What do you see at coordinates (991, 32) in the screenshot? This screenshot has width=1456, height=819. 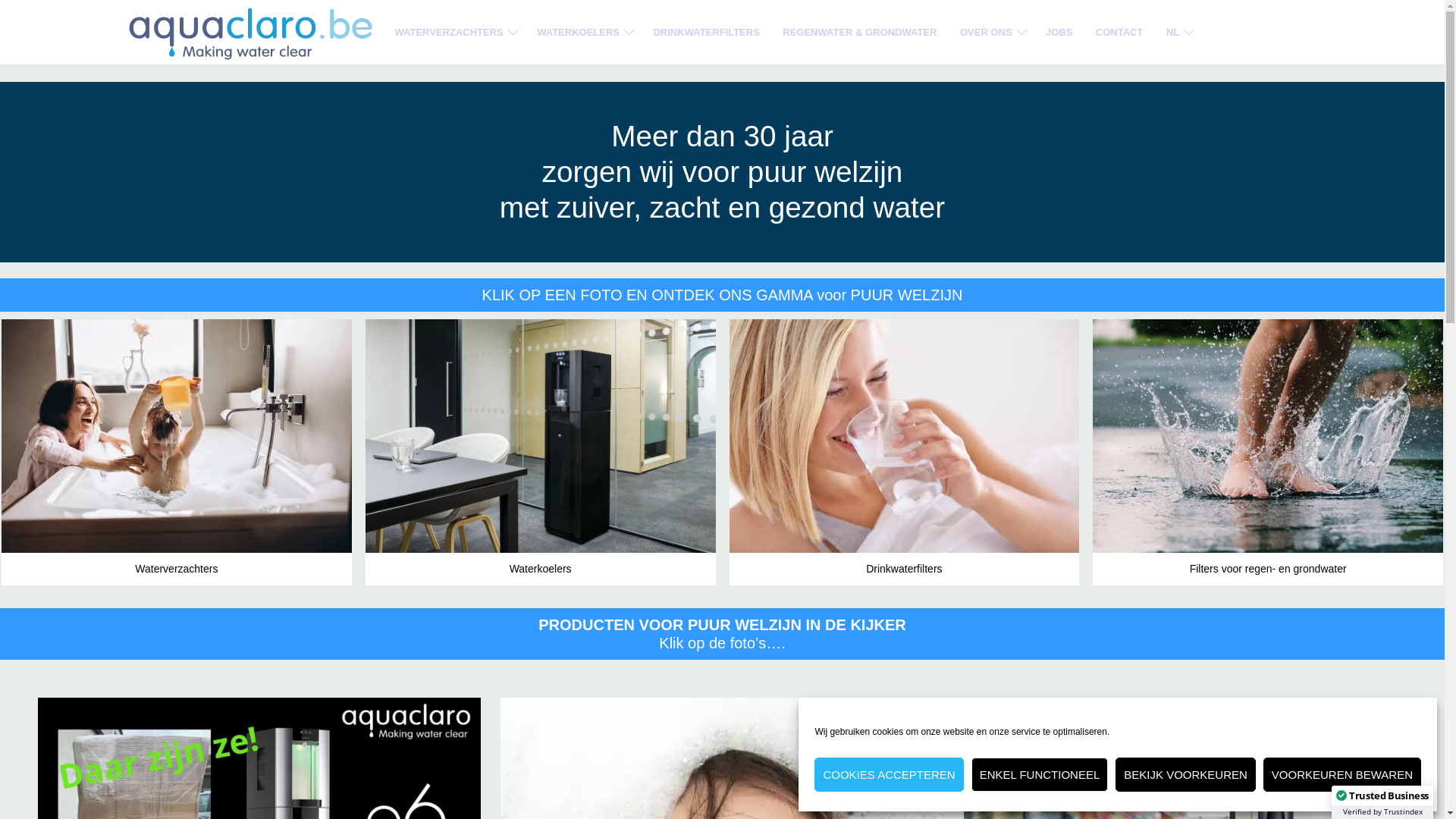 I see `'OVER ONS` at bounding box center [991, 32].